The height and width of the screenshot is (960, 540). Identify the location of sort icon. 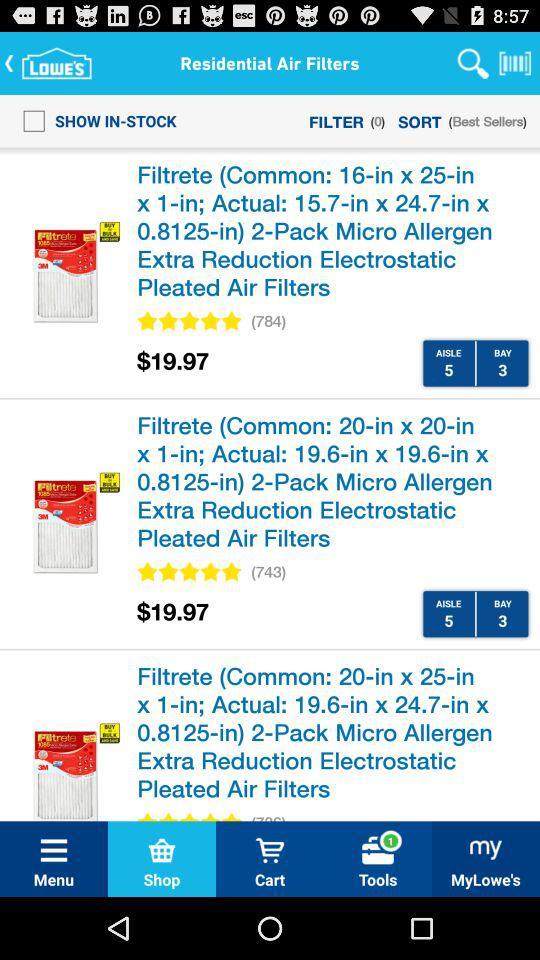
(419, 120).